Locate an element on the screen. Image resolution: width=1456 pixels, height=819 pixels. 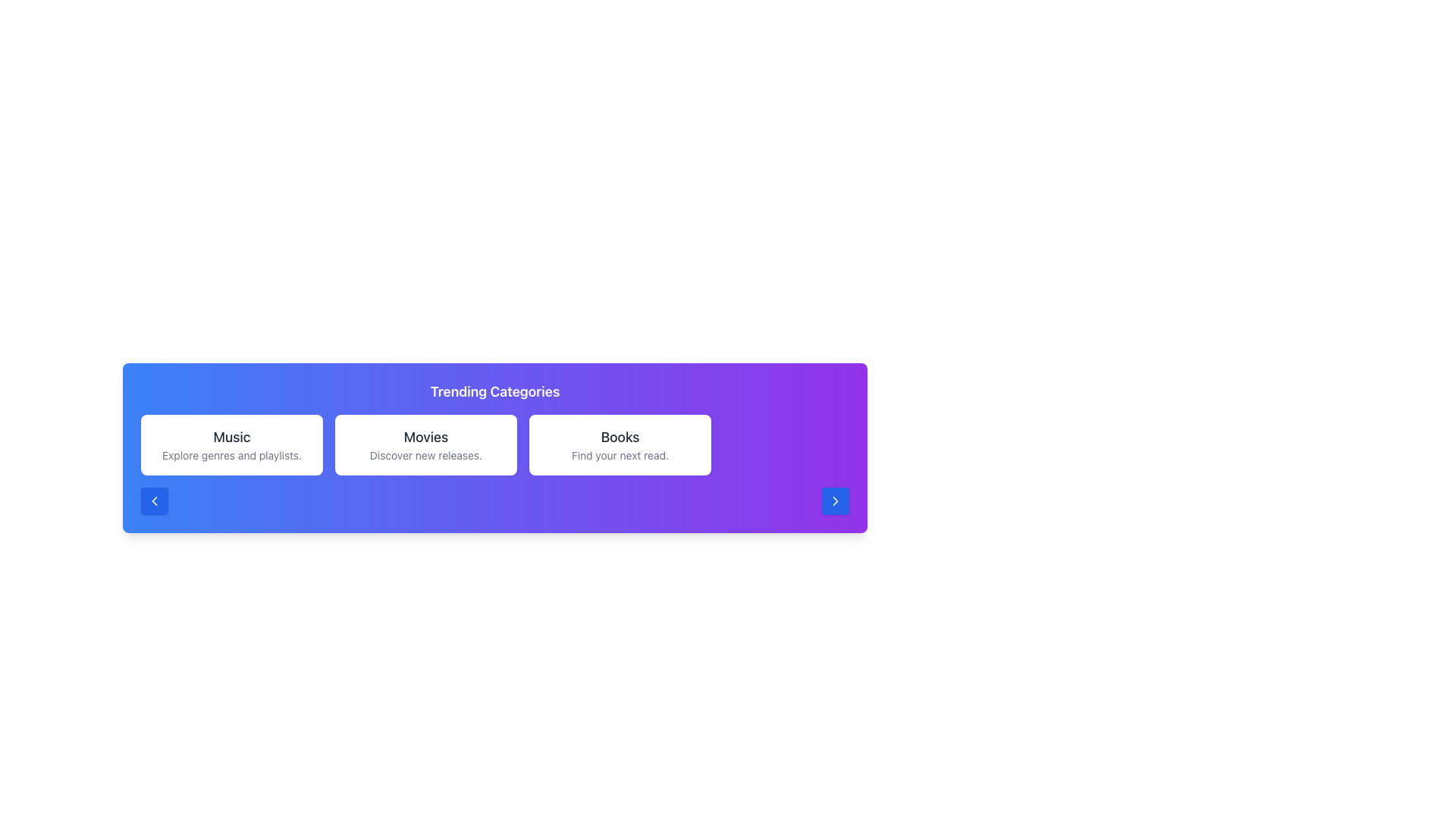
the 'Movies' text label, which is styled with a large bold font in dark gray and positioned at the top of a white rectangular card with rounded corners is located at coordinates (425, 438).